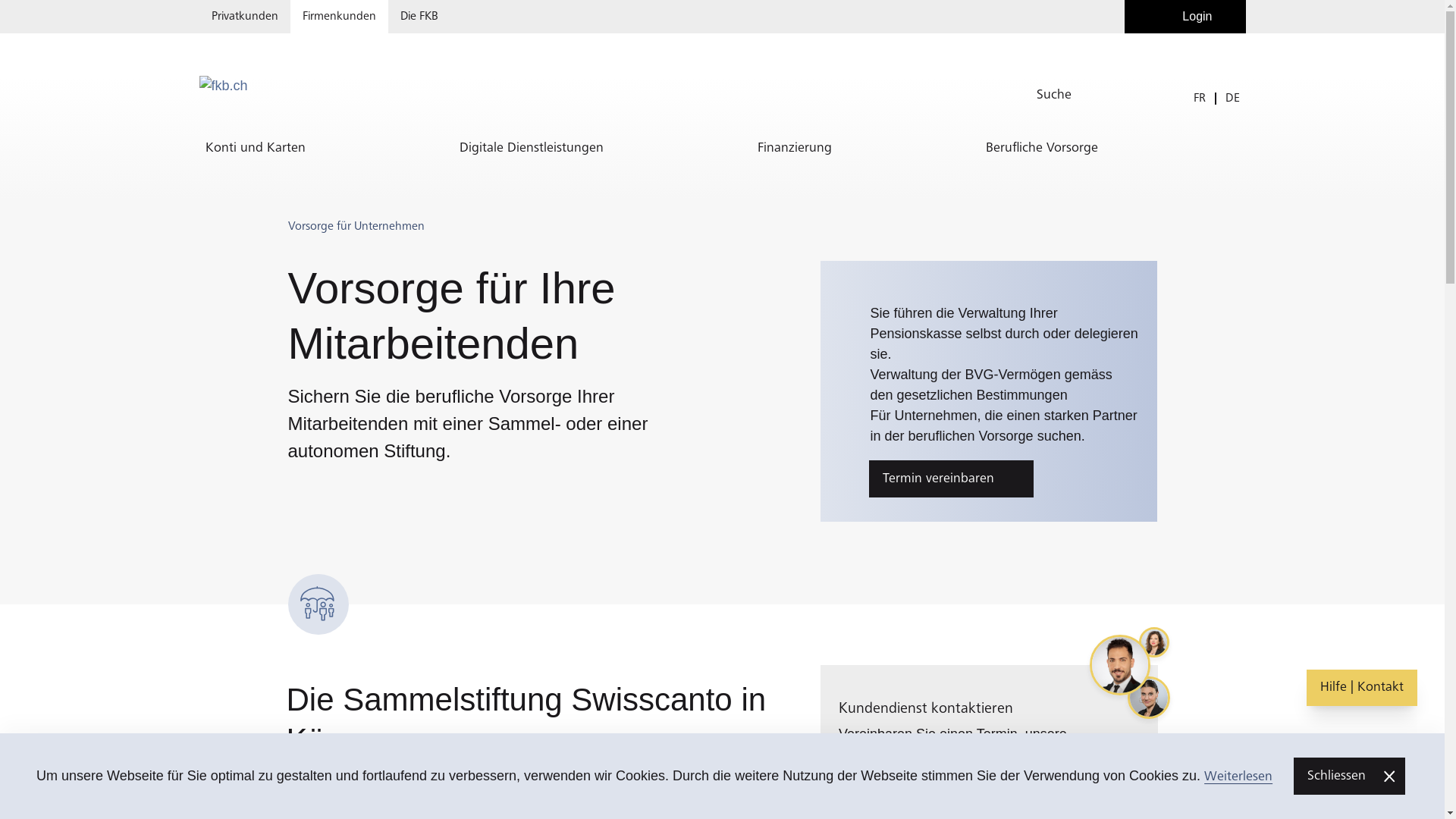  Describe the element at coordinates (1238, 776) in the screenshot. I see `'Weiterlesen'` at that location.